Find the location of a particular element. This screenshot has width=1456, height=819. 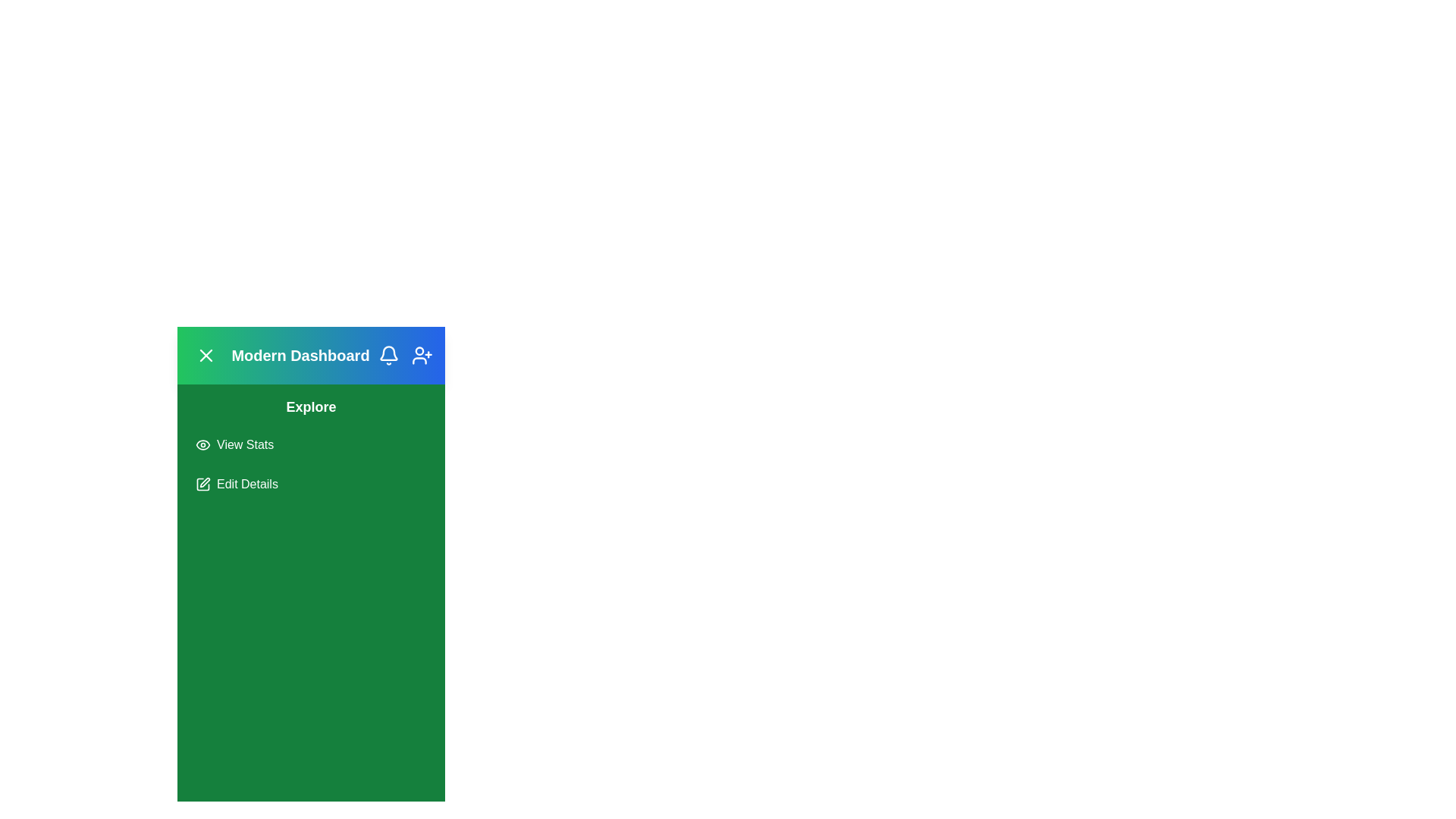

the 'add user' icon in the app bar is located at coordinates (422, 356).